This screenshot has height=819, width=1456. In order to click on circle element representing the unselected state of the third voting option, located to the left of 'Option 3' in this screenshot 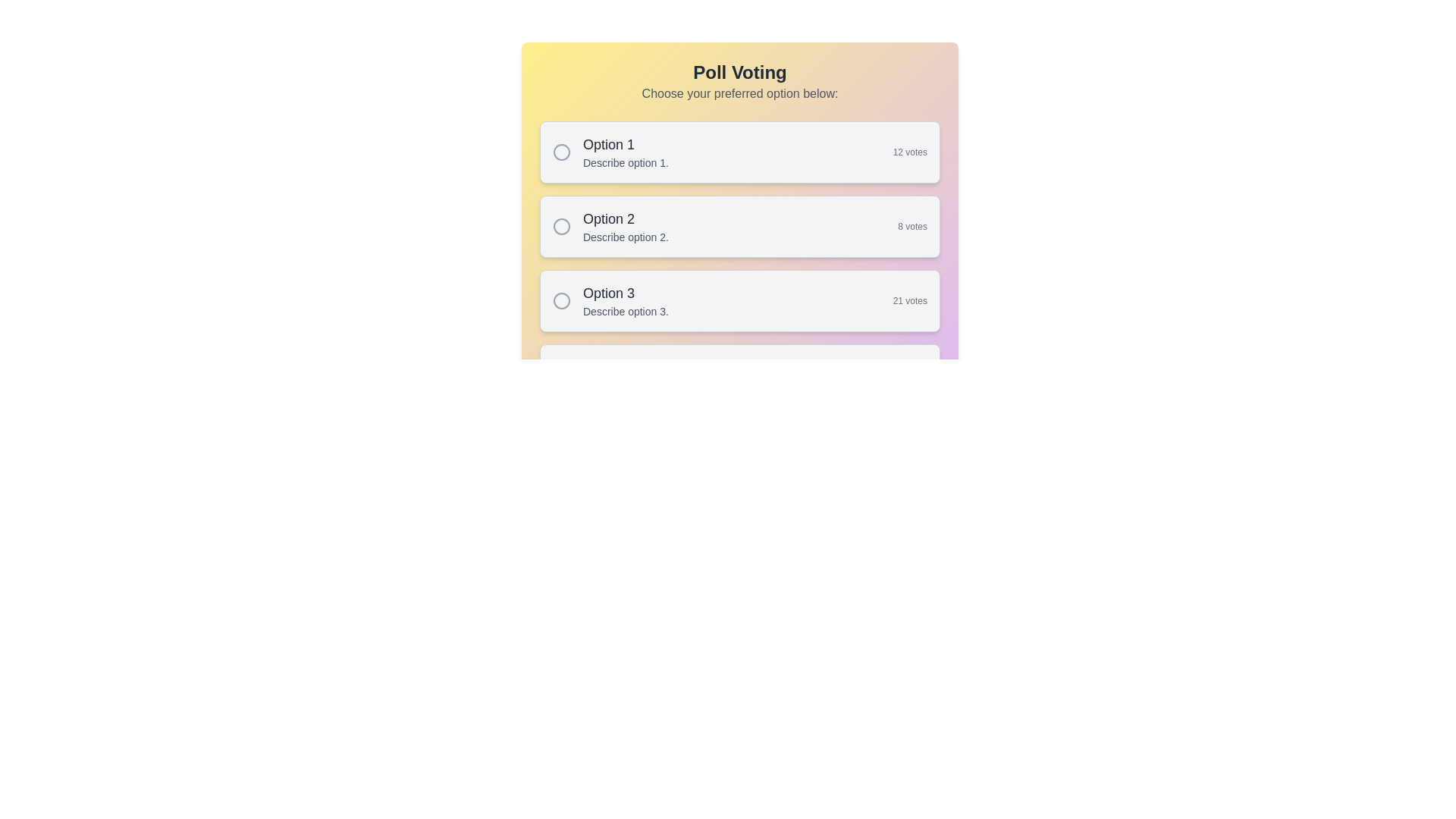, I will do `click(560, 301)`.